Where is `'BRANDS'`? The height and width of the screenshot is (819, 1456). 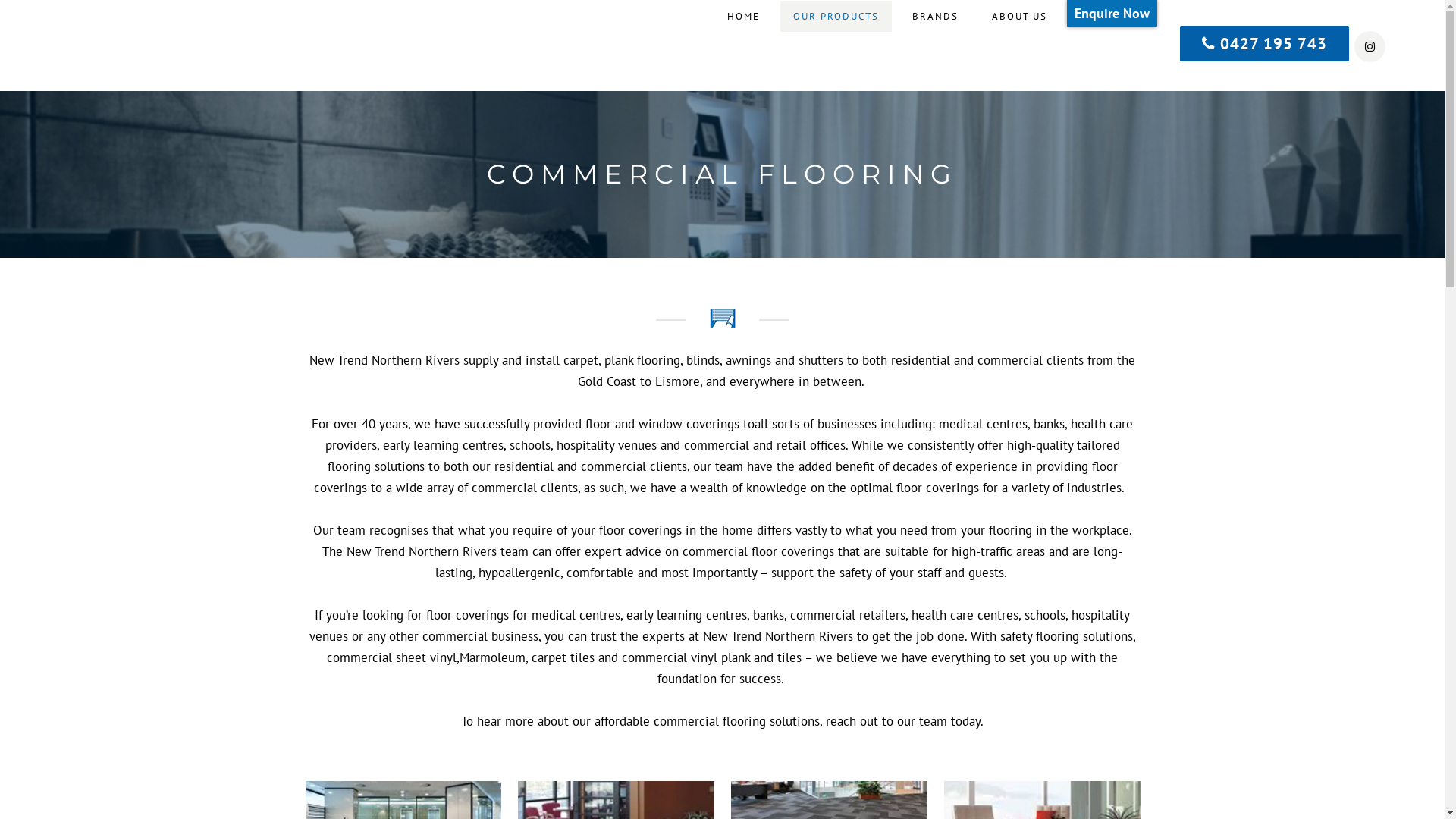 'BRANDS' is located at coordinates (934, 17).